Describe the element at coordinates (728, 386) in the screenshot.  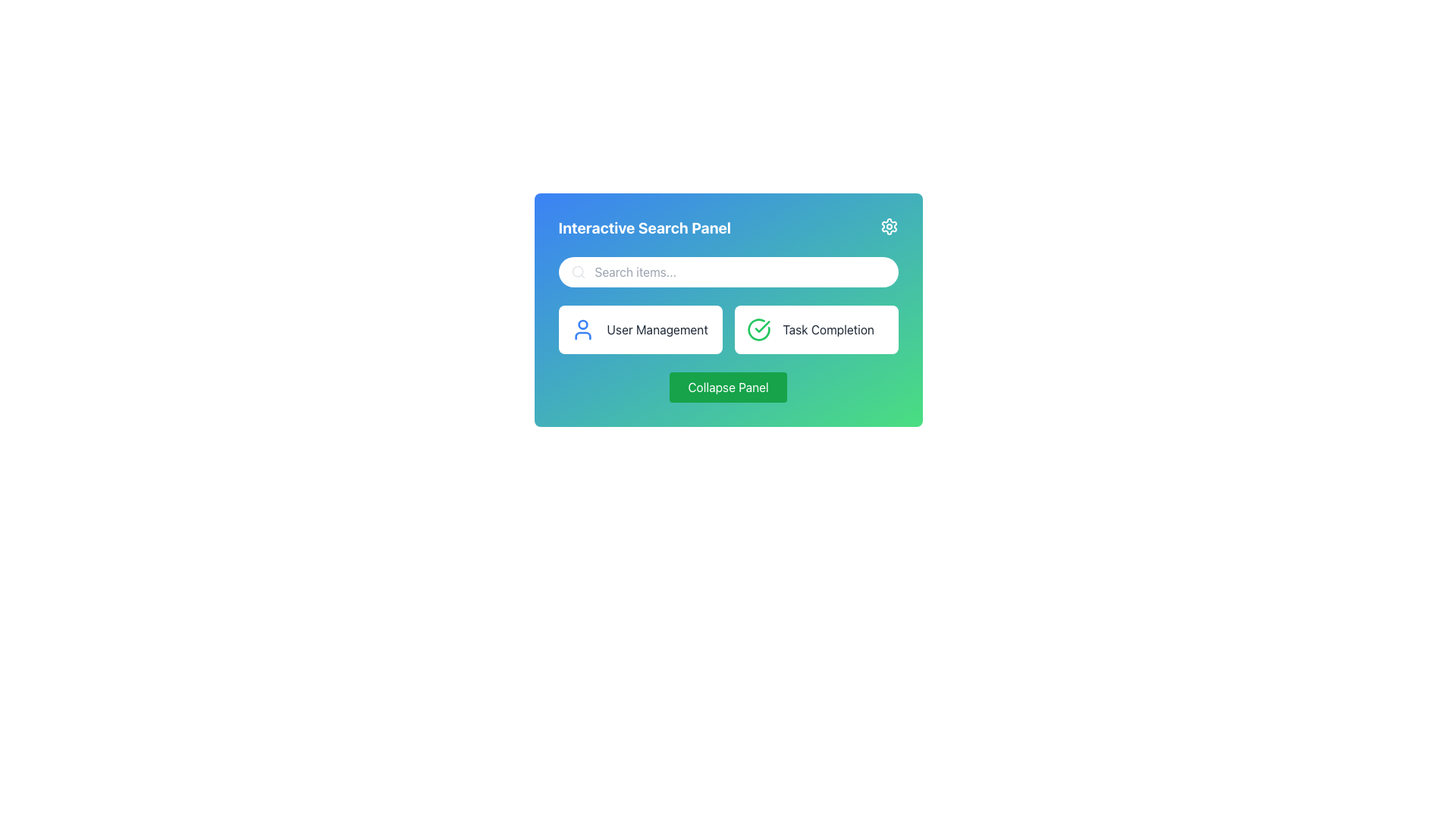
I see `the green 'Collapse Panel' button with white text, located at the bottom of the Interactive Search Panel` at that location.